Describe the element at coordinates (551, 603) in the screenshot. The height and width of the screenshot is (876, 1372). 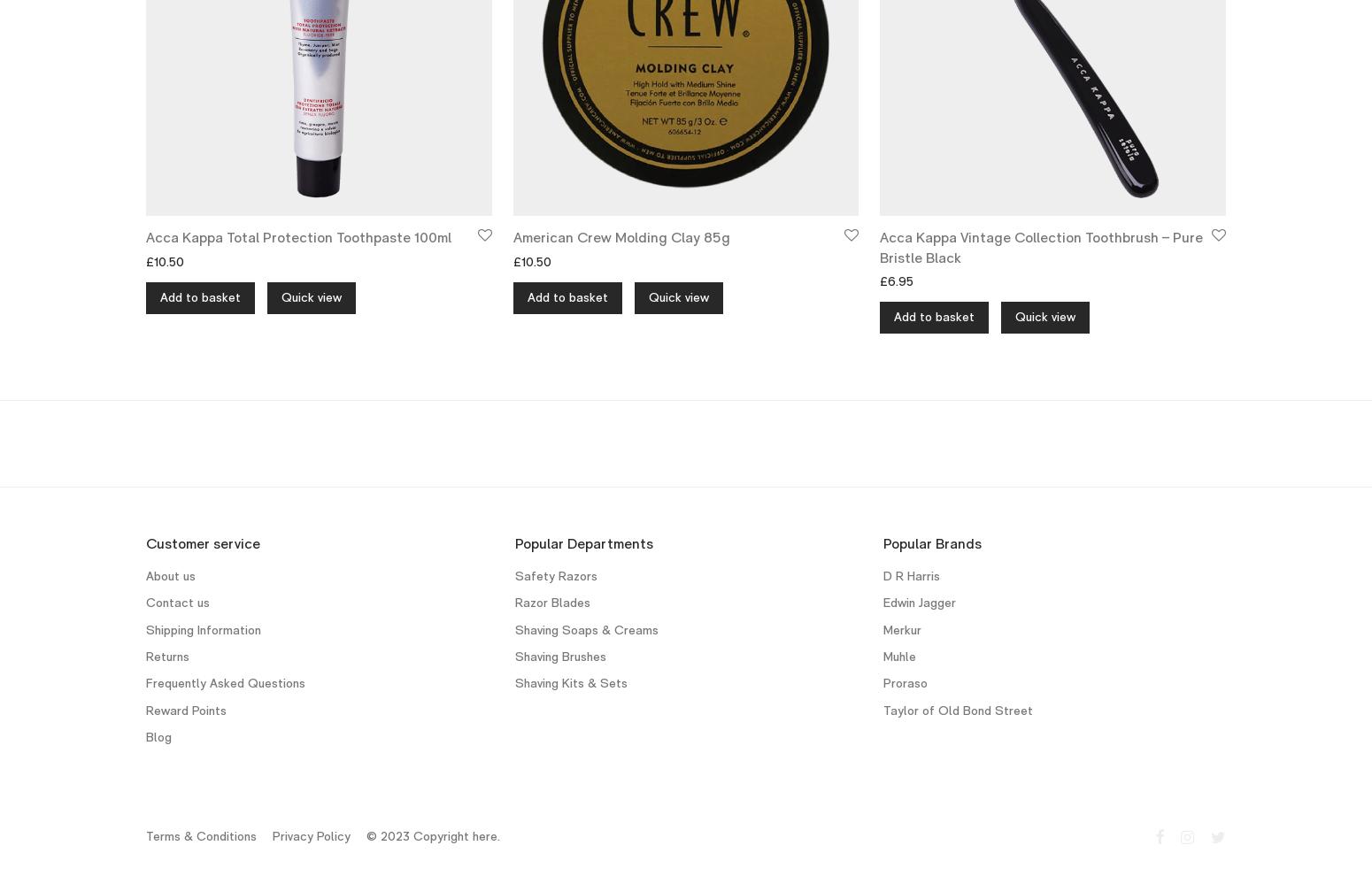
I see `'Razor Blades'` at that location.